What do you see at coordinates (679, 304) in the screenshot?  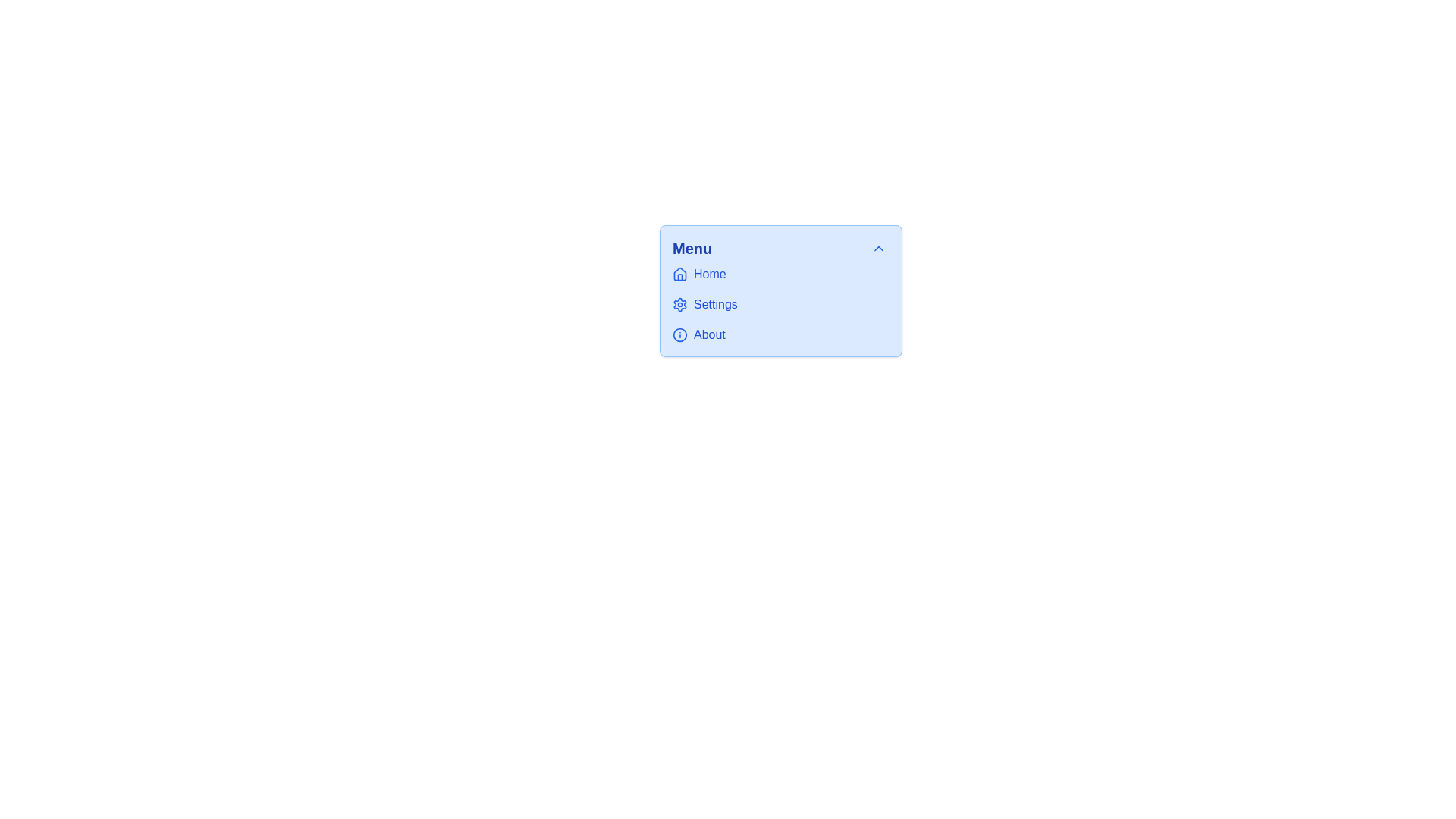 I see `the settings icon styled as a cogwheel with a blue outline, located in the middle of the menu panel, to the left of the text 'Settings'` at bounding box center [679, 304].